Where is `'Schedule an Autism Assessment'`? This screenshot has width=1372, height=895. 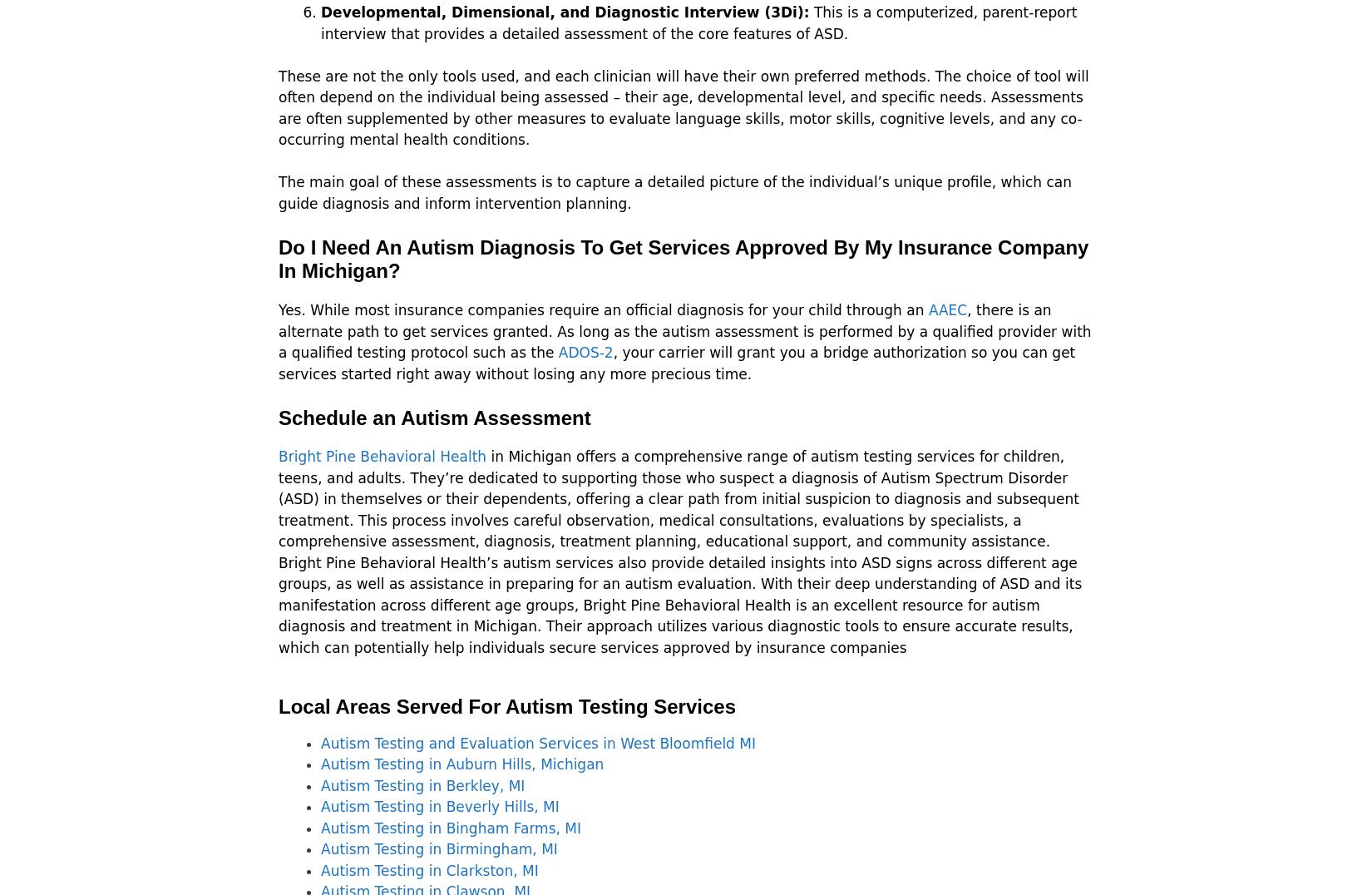 'Schedule an Autism Assessment' is located at coordinates (433, 417).